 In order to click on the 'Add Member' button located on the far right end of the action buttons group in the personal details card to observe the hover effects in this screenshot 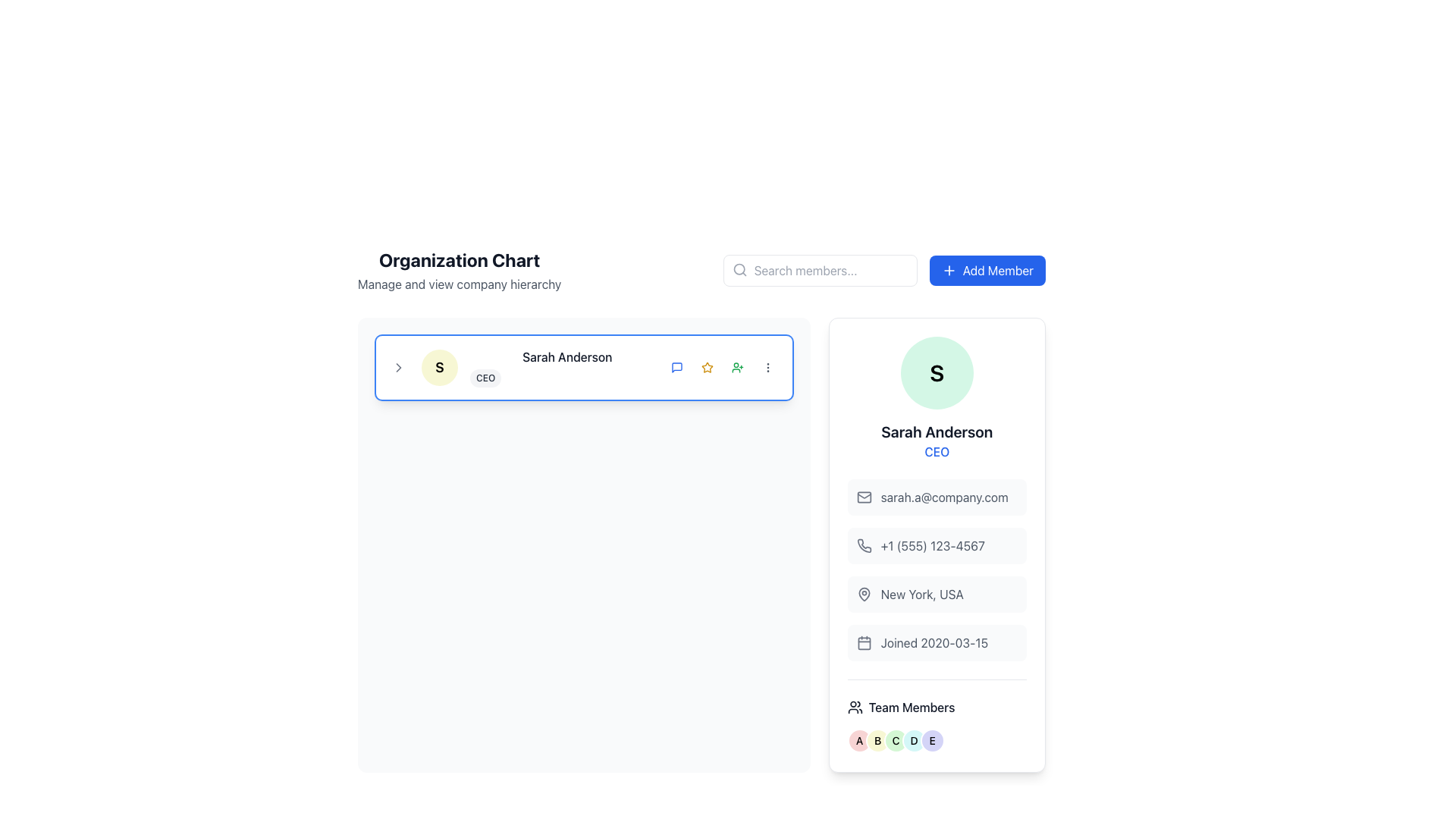, I will do `click(737, 368)`.